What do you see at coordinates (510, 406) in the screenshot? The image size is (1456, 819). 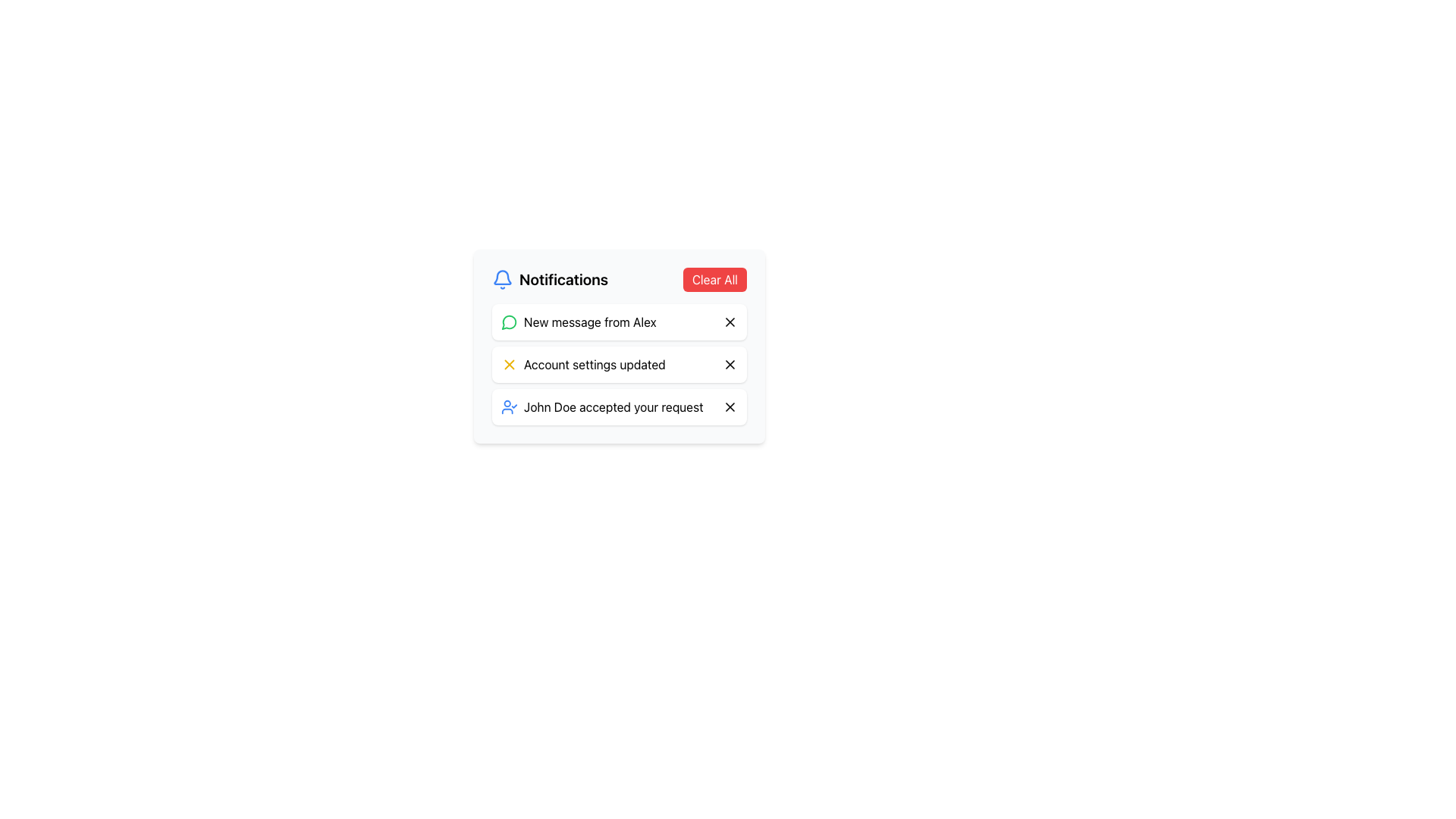 I see `the blue user avatar icon with a check mark that is the first visual element of the notification stating 'John Doe accepted your request'` at bounding box center [510, 406].